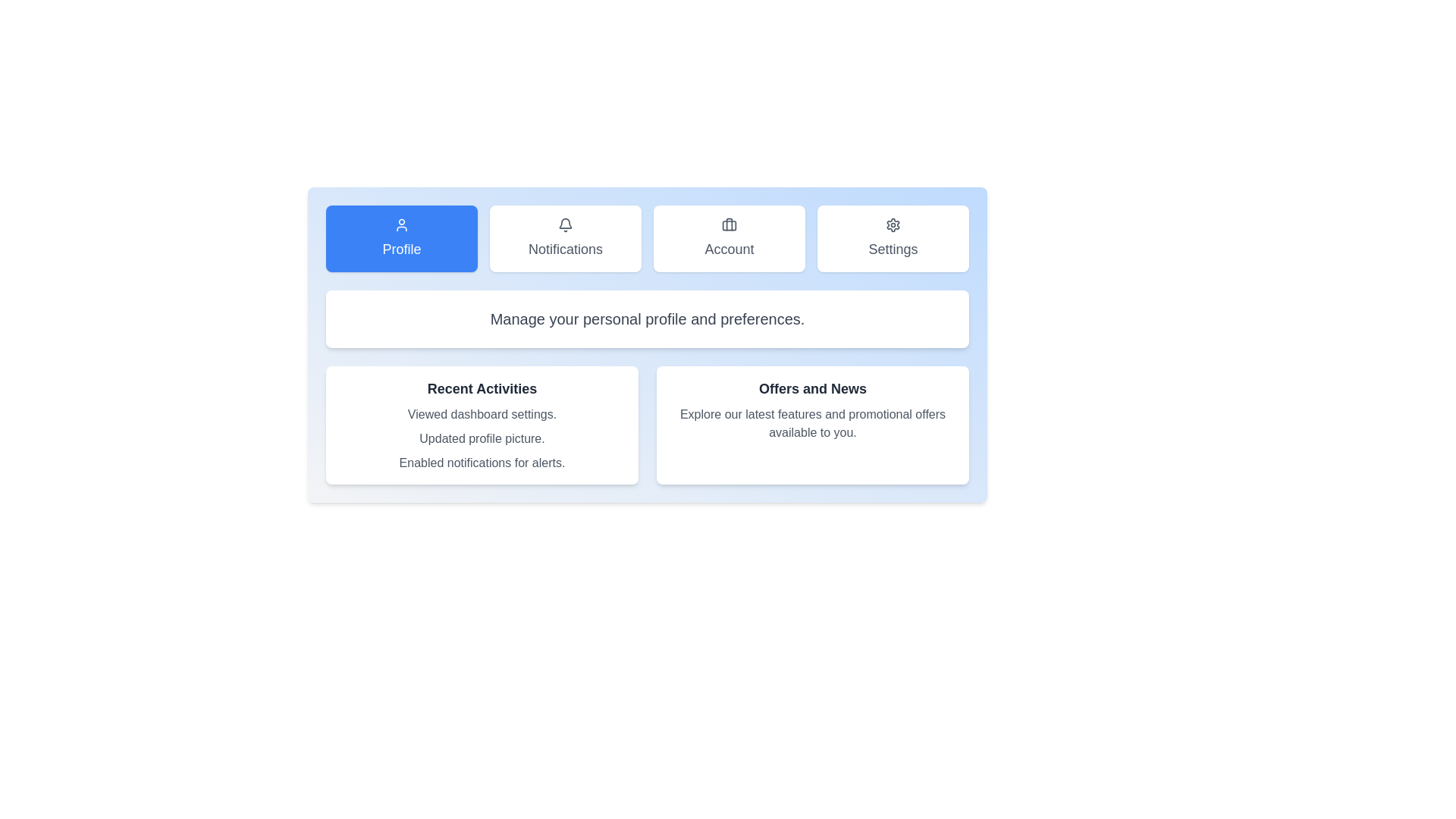 This screenshot has height=819, width=1456. I want to click on the 'Account' icon in the navigation bar, which represents user account settings and is the third button from the left, so click(729, 225).